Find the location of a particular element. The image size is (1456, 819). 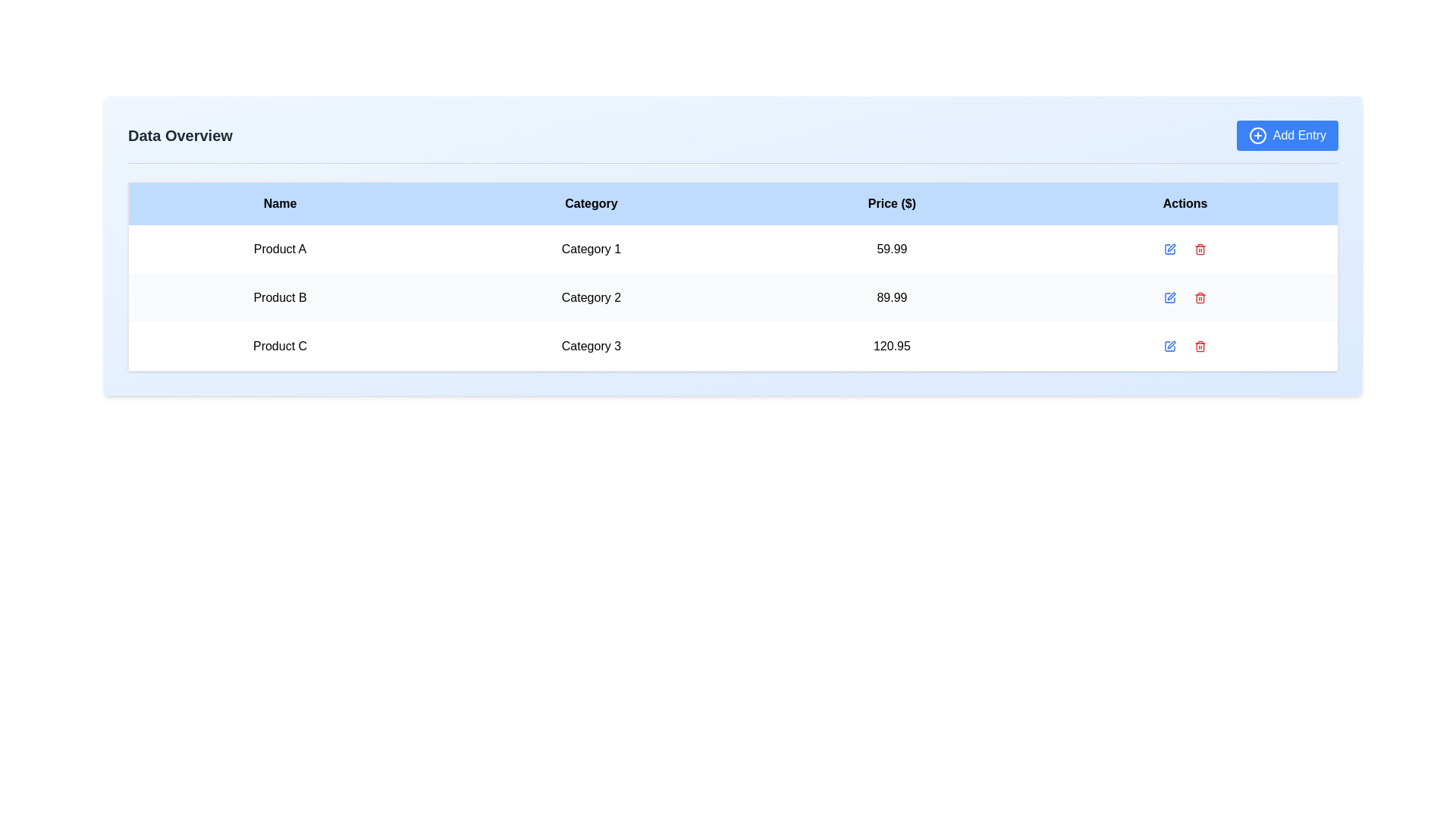

the delete button in the Actions column for 'Product B' is located at coordinates (1200, 248).